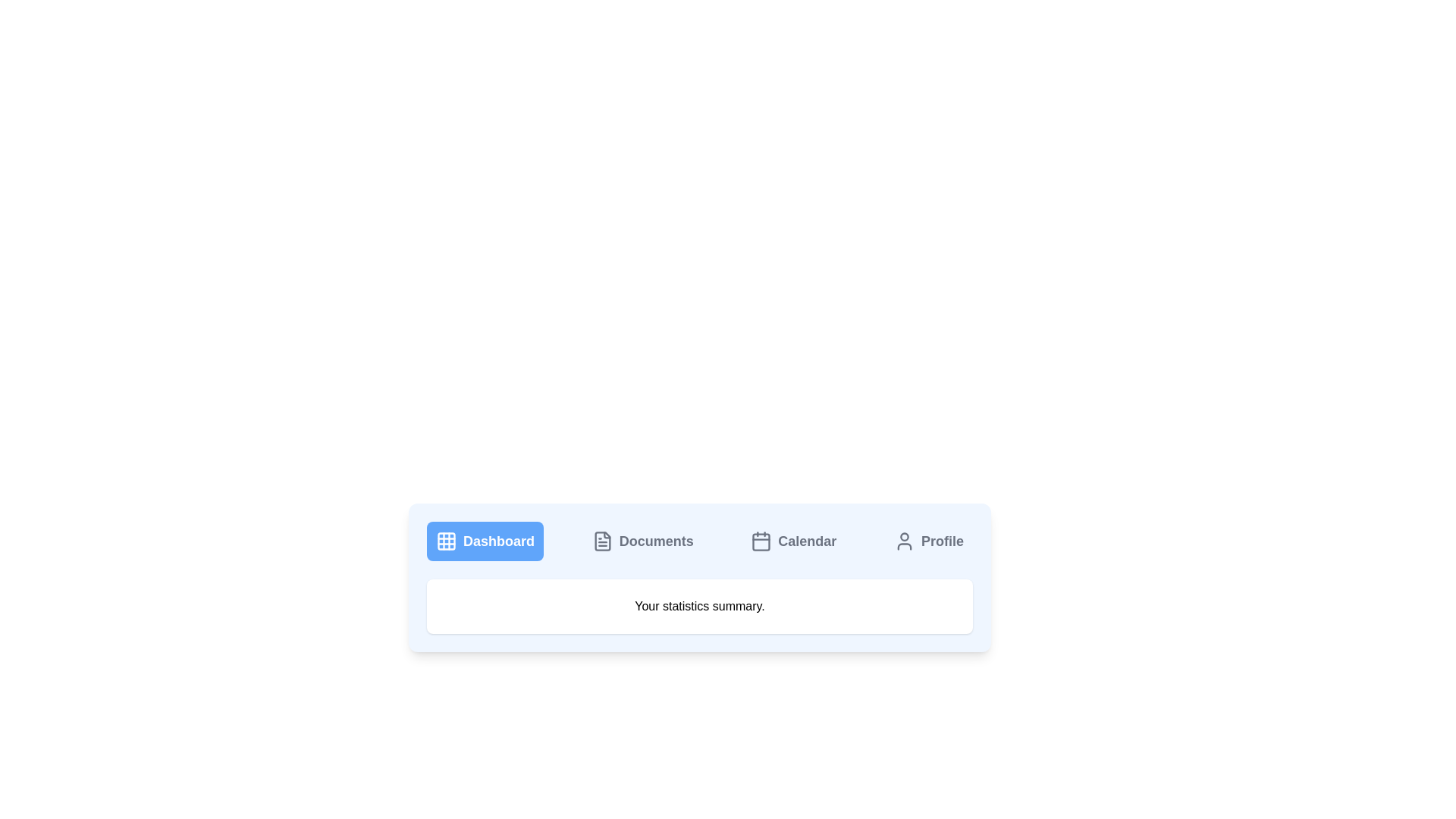  What do you see at coordinates (806, 540) in the screenshot?
I see `the Text label that serves as a navigation element for the calendar section, located in the horizontal navigation bar near the bottom center of the viewport, third option from the left` at bounding box center [806, 540].